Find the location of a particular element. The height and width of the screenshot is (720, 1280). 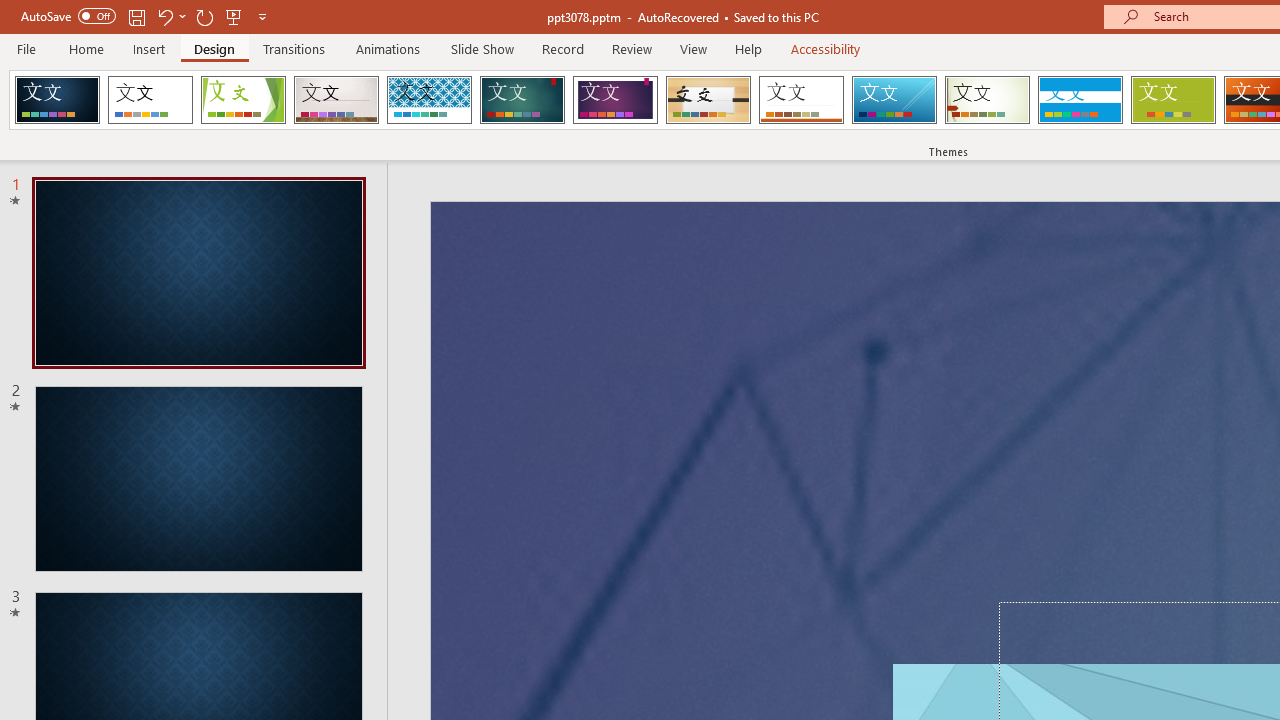

'Damask' is located at coordinates (57, 100).